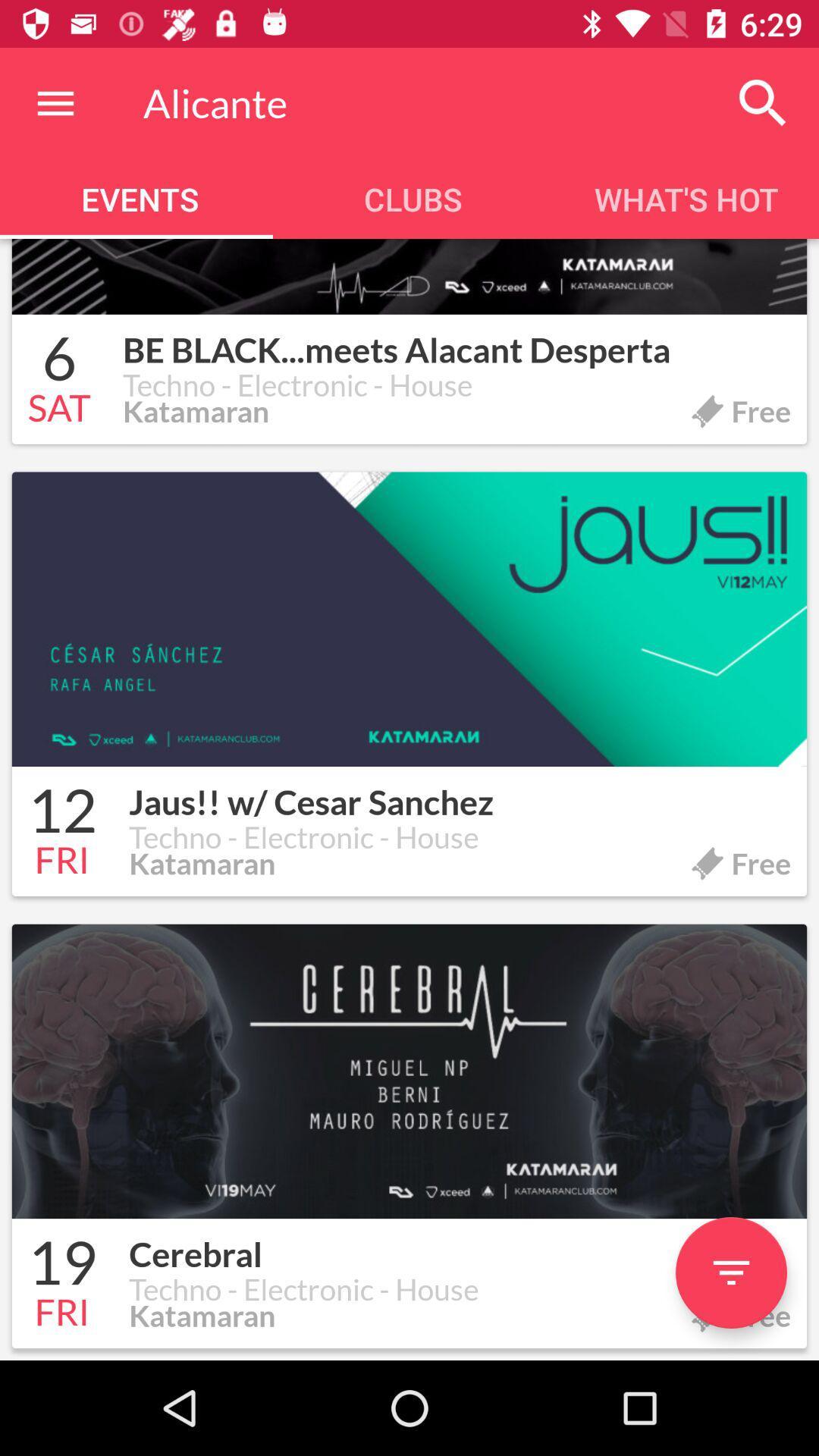 The image size is (819, 1456). I want to click on the icon to the left of jaus w cesar icon, so click(61, 812).